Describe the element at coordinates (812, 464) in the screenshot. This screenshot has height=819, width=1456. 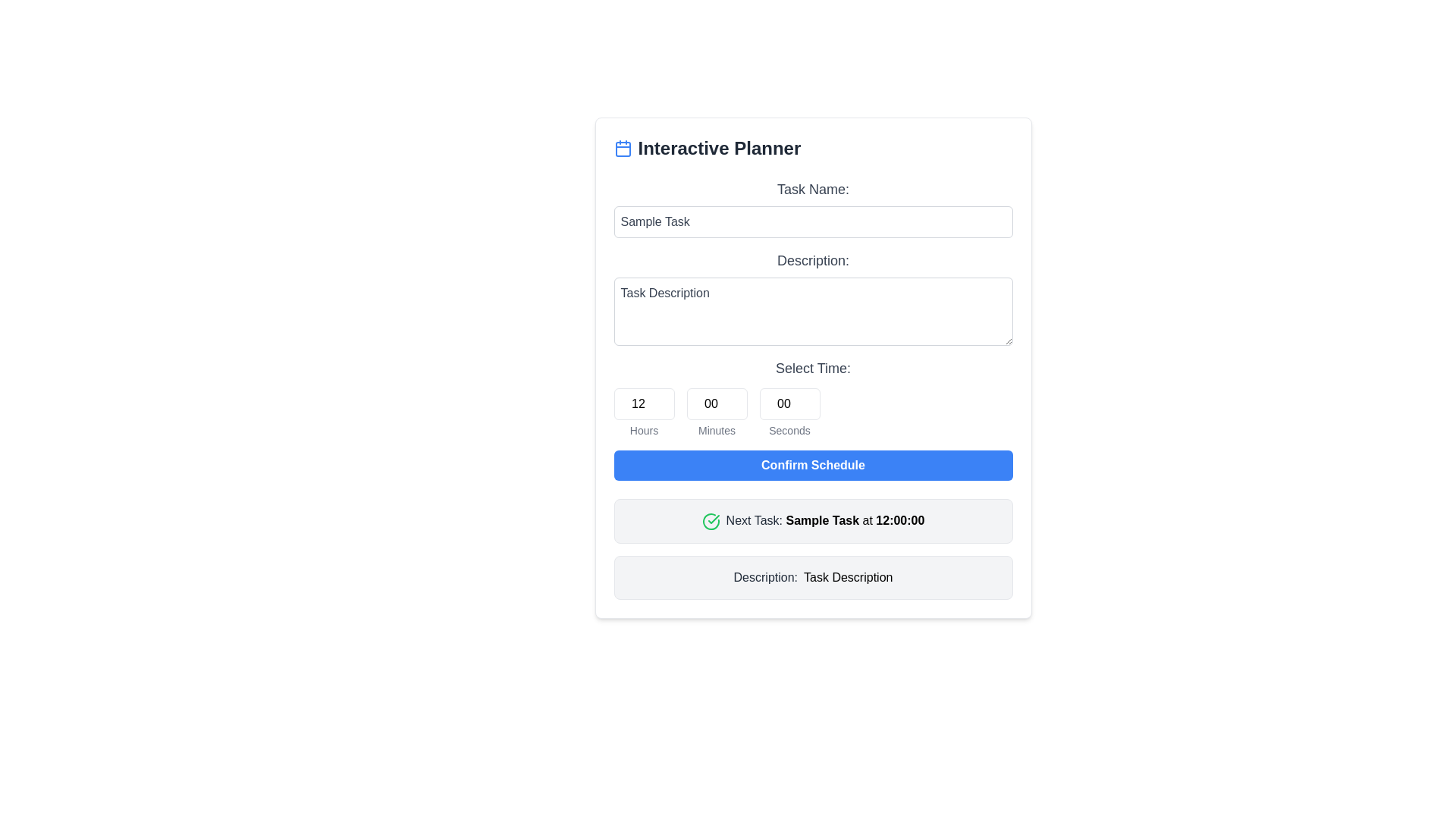
I see `the 'Confirm Schedule' button, which is a rectangular button with rounded corners and white text on a blue background, located within the 'Interactive Planner' card below the time selector` at that location.